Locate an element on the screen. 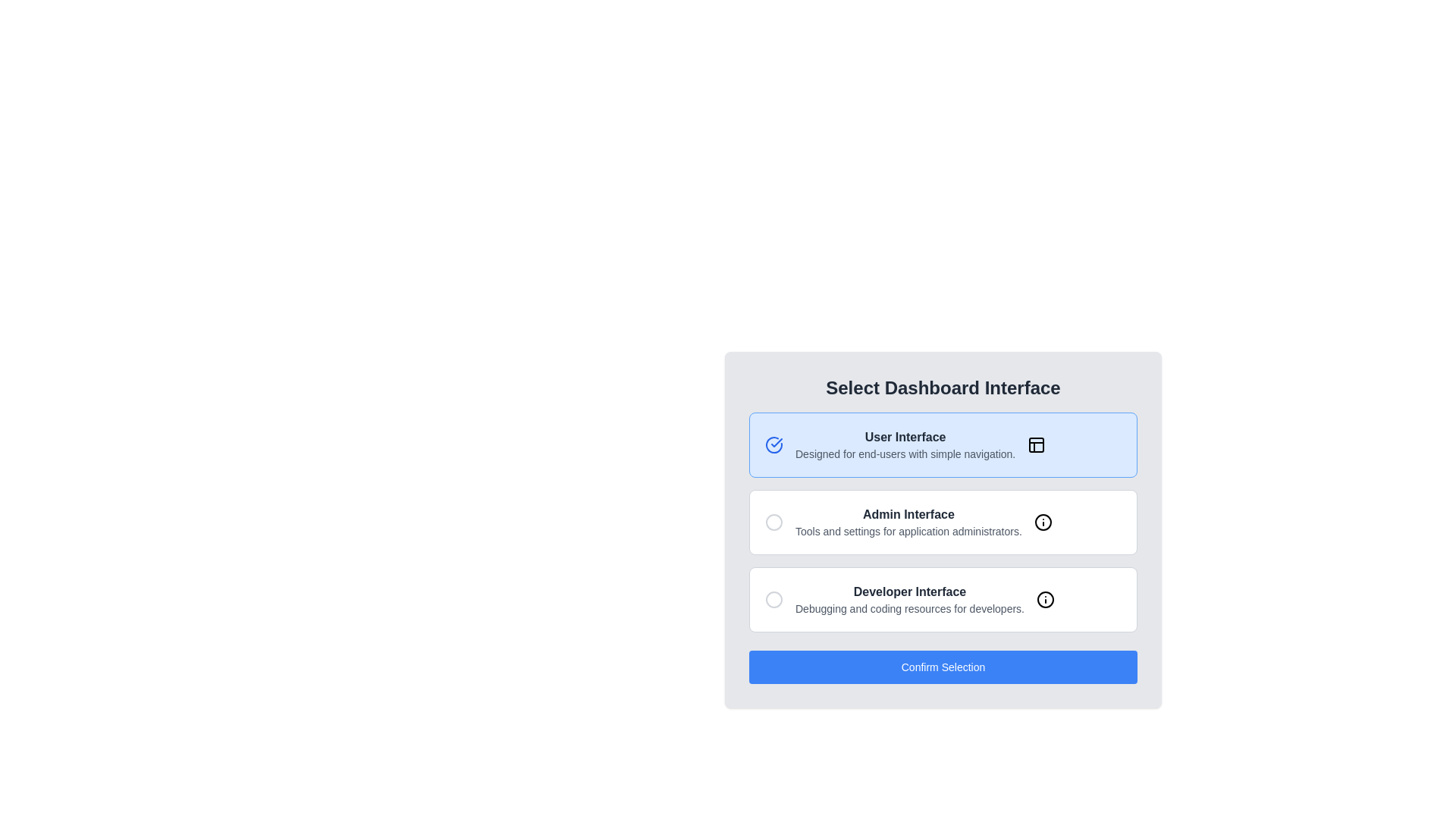 Image resolution: width=1456 pixels, height=819 pixels. the text label that describes the purpose and features of the 'User Interface' option, which is positioned below the 'User Interface' heading in the selection panel is located at coordinates (905, 453).